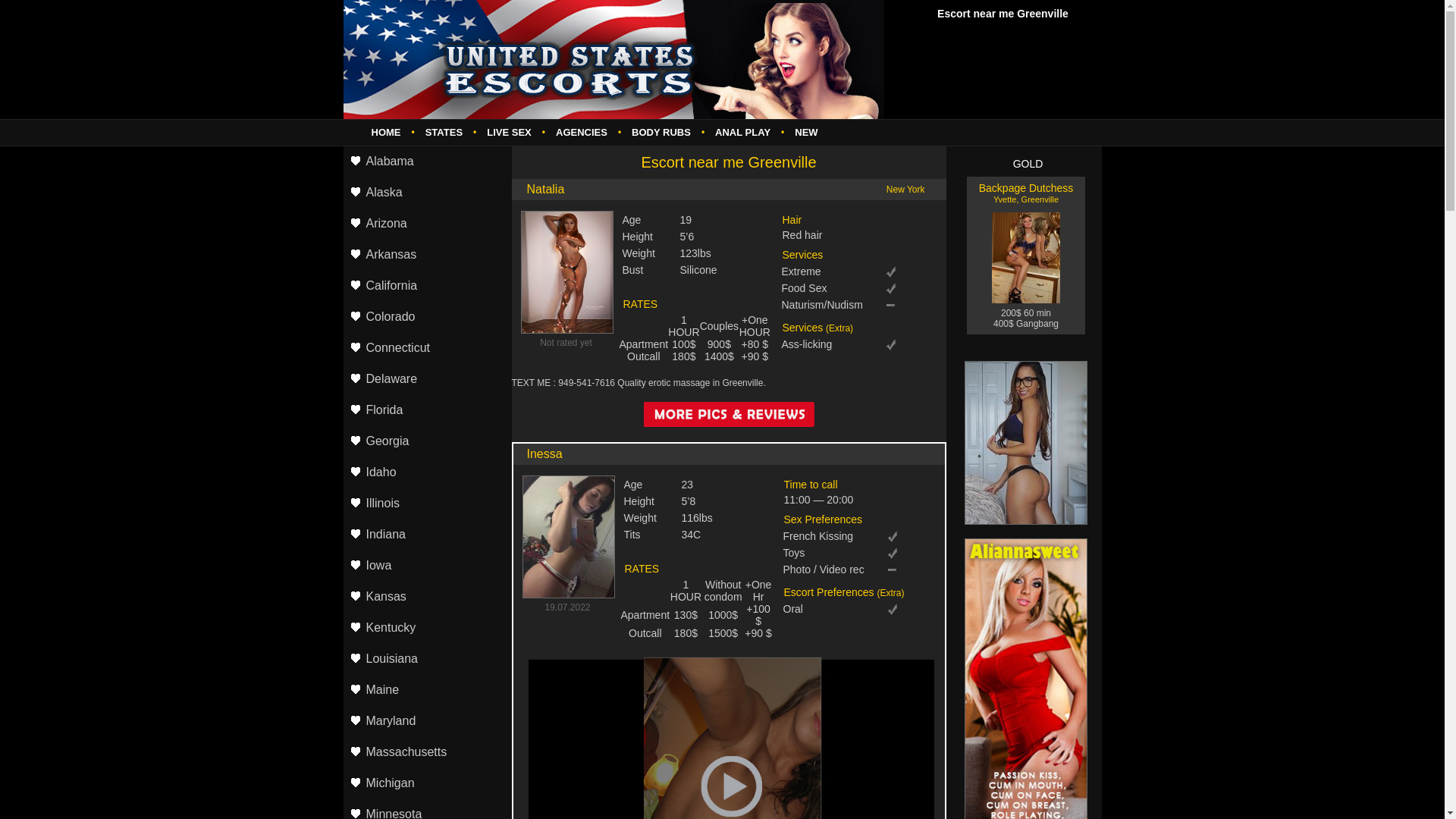  Describe the element at coordinates (581, 131) in the screenshot. I see `'AGENCIES'` at that location.